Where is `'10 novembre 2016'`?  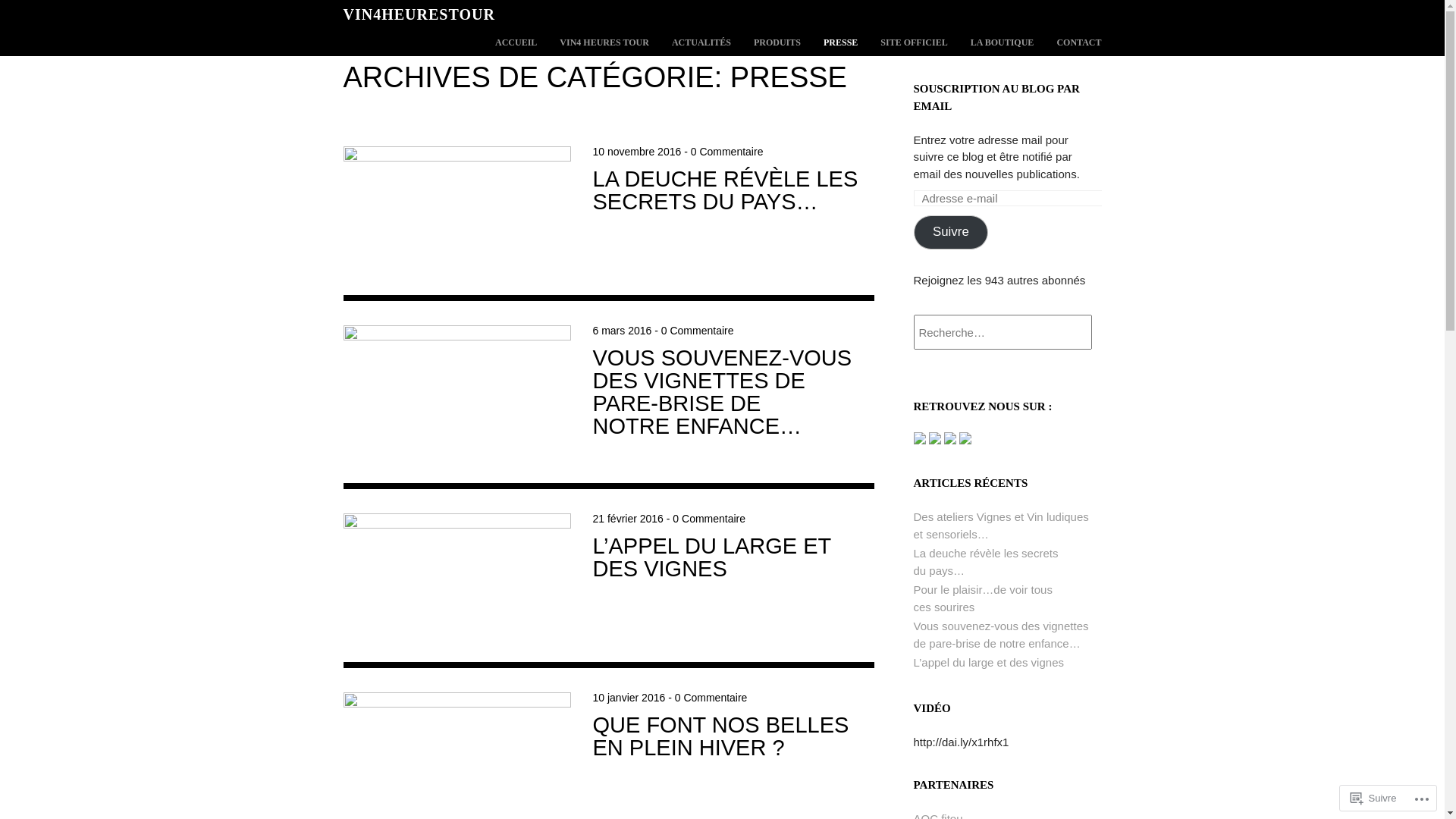 '10 novembre 2016' is located at coordinates (637, 152).